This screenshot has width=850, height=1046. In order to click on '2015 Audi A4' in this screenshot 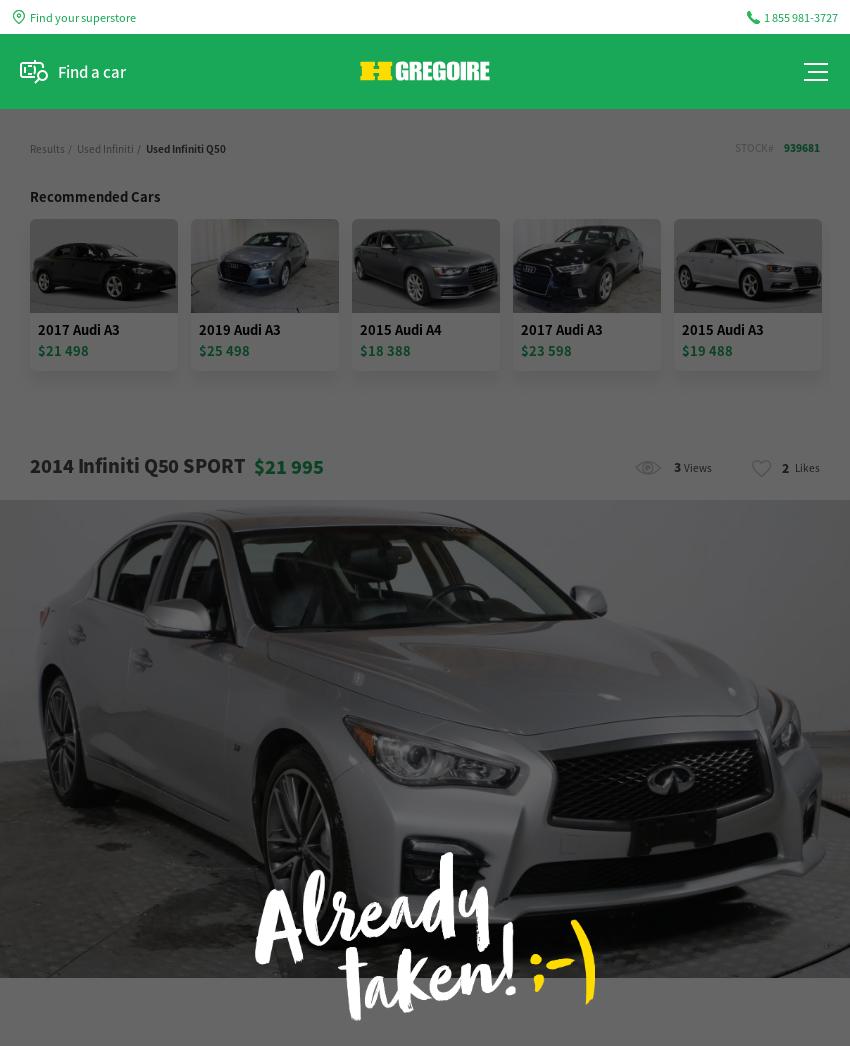, I will do `click(401, 328)`.